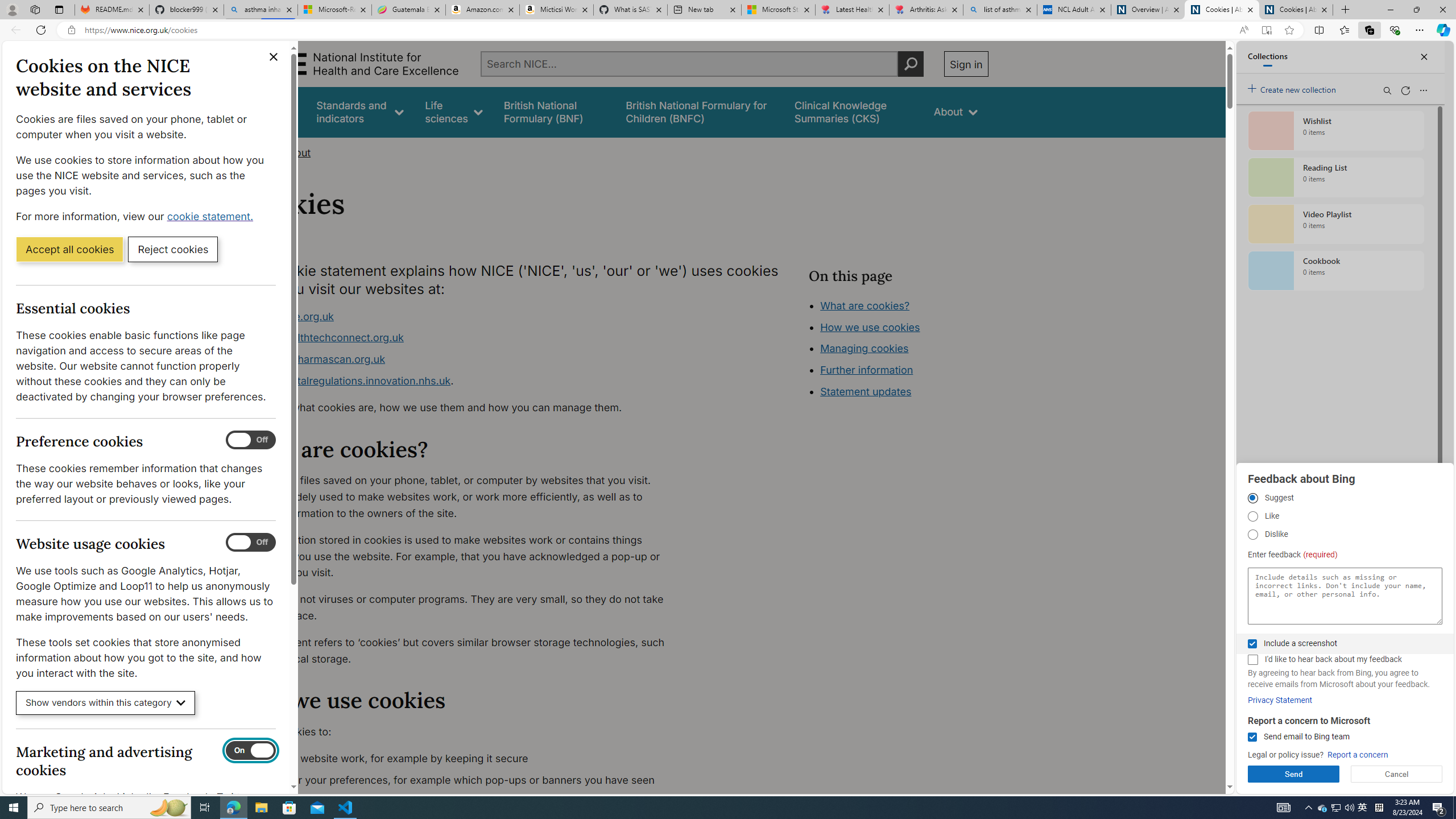 This screenshot has width=1456, height=819. What do you see at coordinates (1252, 498) in the screenshot?
I see `'Suggest'` at bounding box center [1252, 498].